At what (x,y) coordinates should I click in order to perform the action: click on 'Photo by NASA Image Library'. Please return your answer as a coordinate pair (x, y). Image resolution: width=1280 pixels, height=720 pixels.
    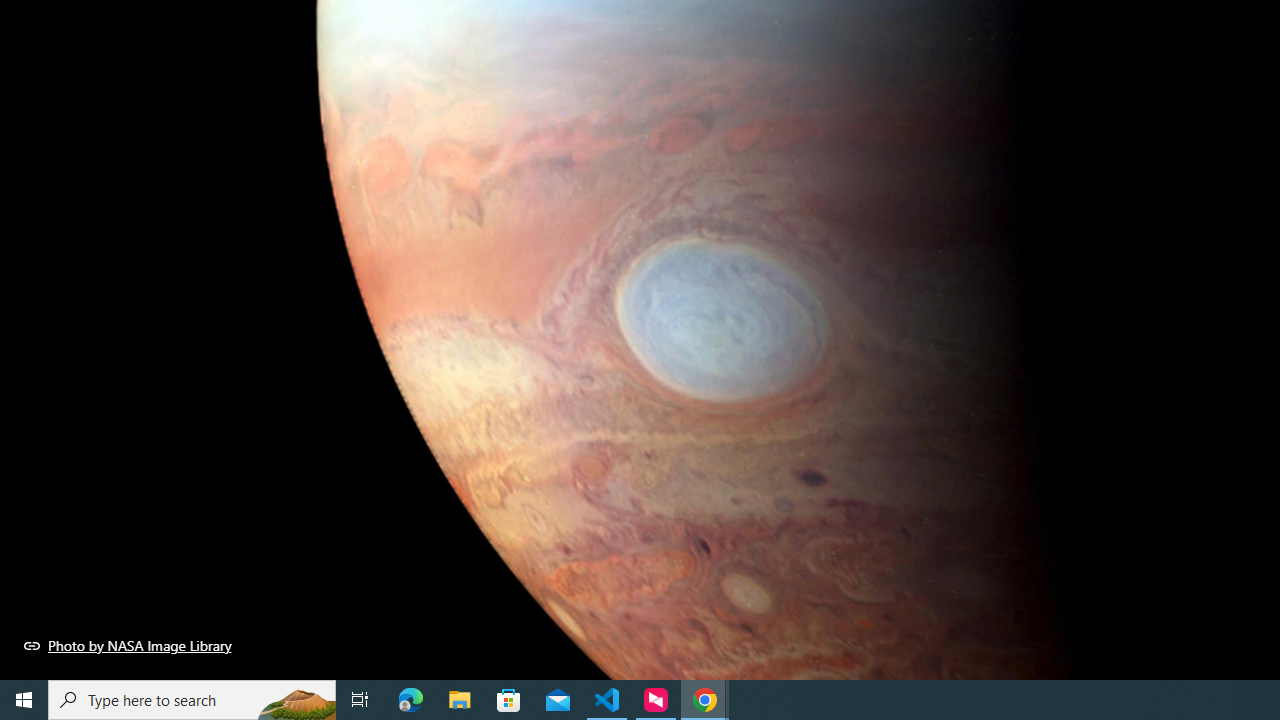
    Looking at the image, I should click on (127, 645).